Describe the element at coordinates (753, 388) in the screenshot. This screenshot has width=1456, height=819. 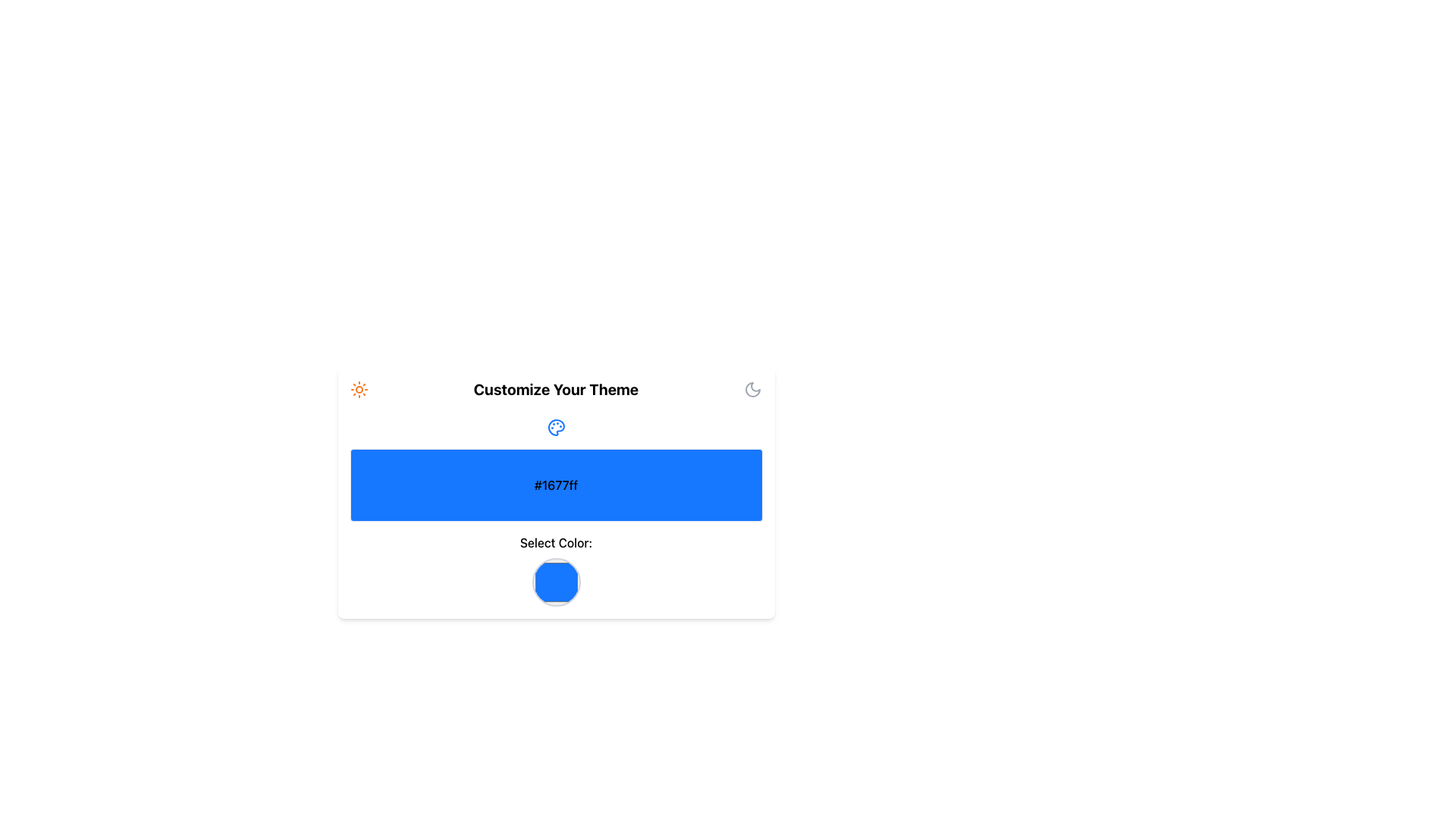
I see `the crescent moon icon representing the night mode toggle in the top right corner of the theme customization interface` at that location.